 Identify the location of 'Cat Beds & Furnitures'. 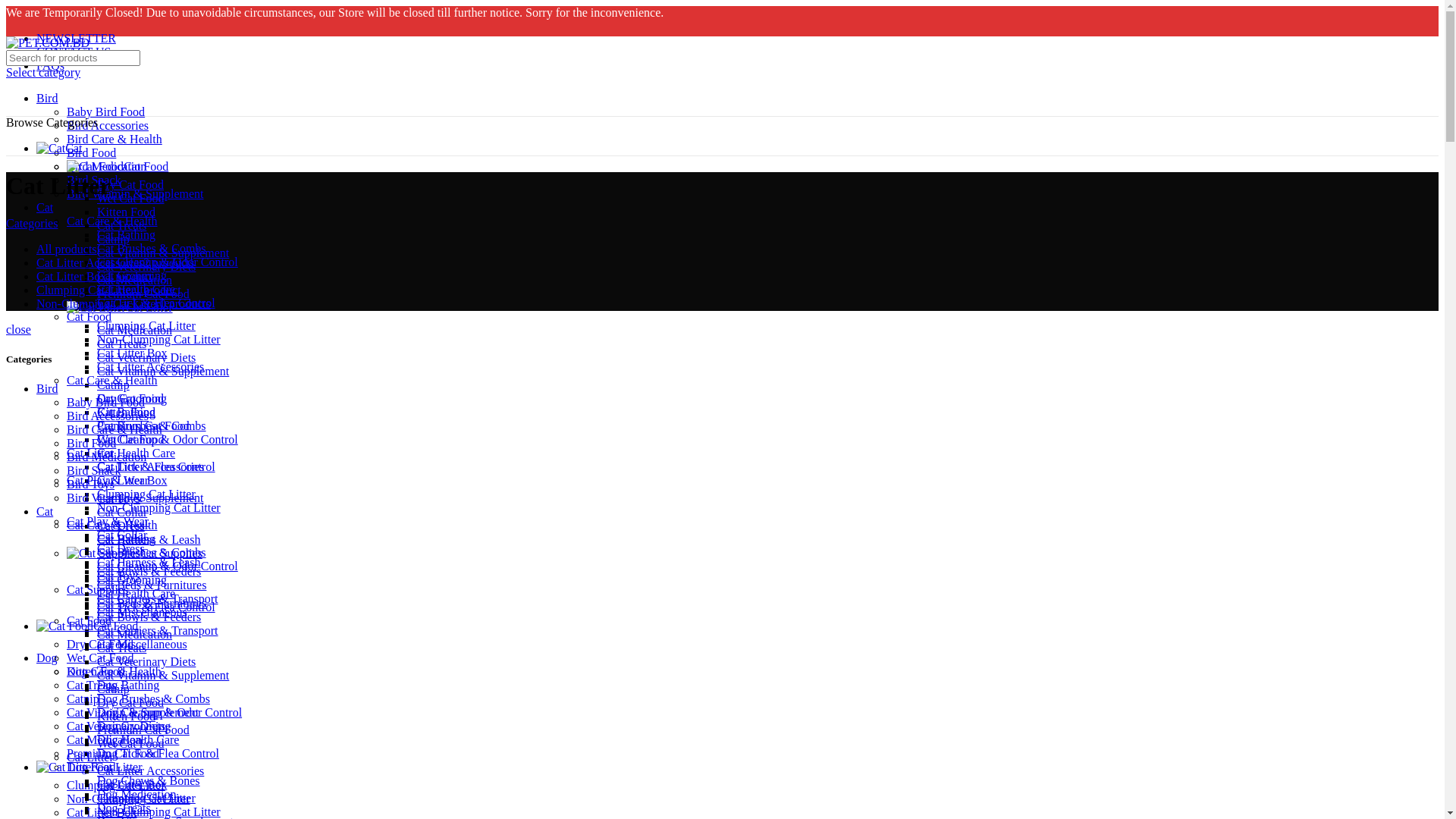
(152, 584).